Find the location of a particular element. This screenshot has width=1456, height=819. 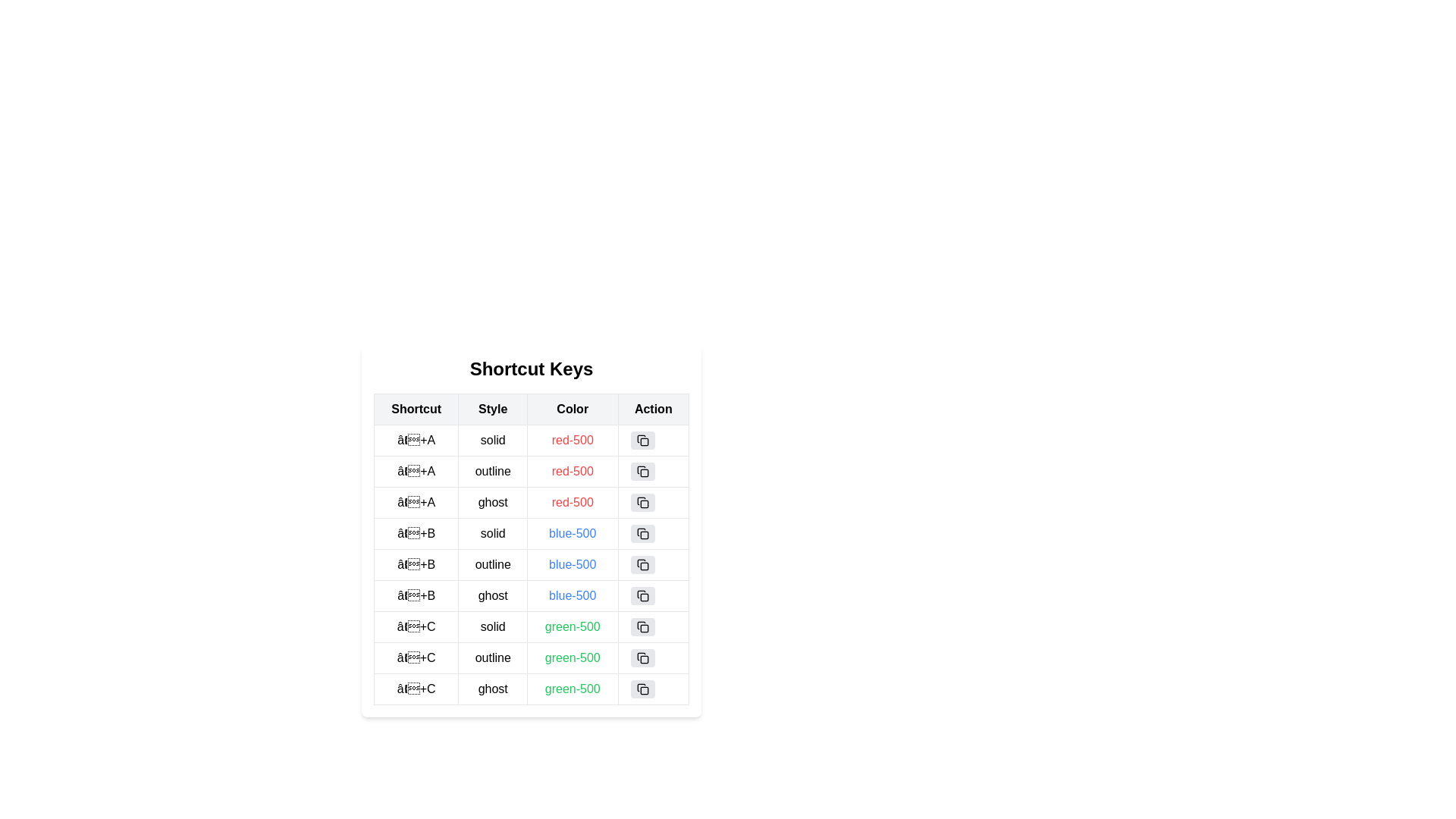

the static text label indicating the style type associated with the shortcut '⌘+C' in the Shortcut Keys table, located in the last group of rows under the 'Style' column is located at coordinates (493, 657).